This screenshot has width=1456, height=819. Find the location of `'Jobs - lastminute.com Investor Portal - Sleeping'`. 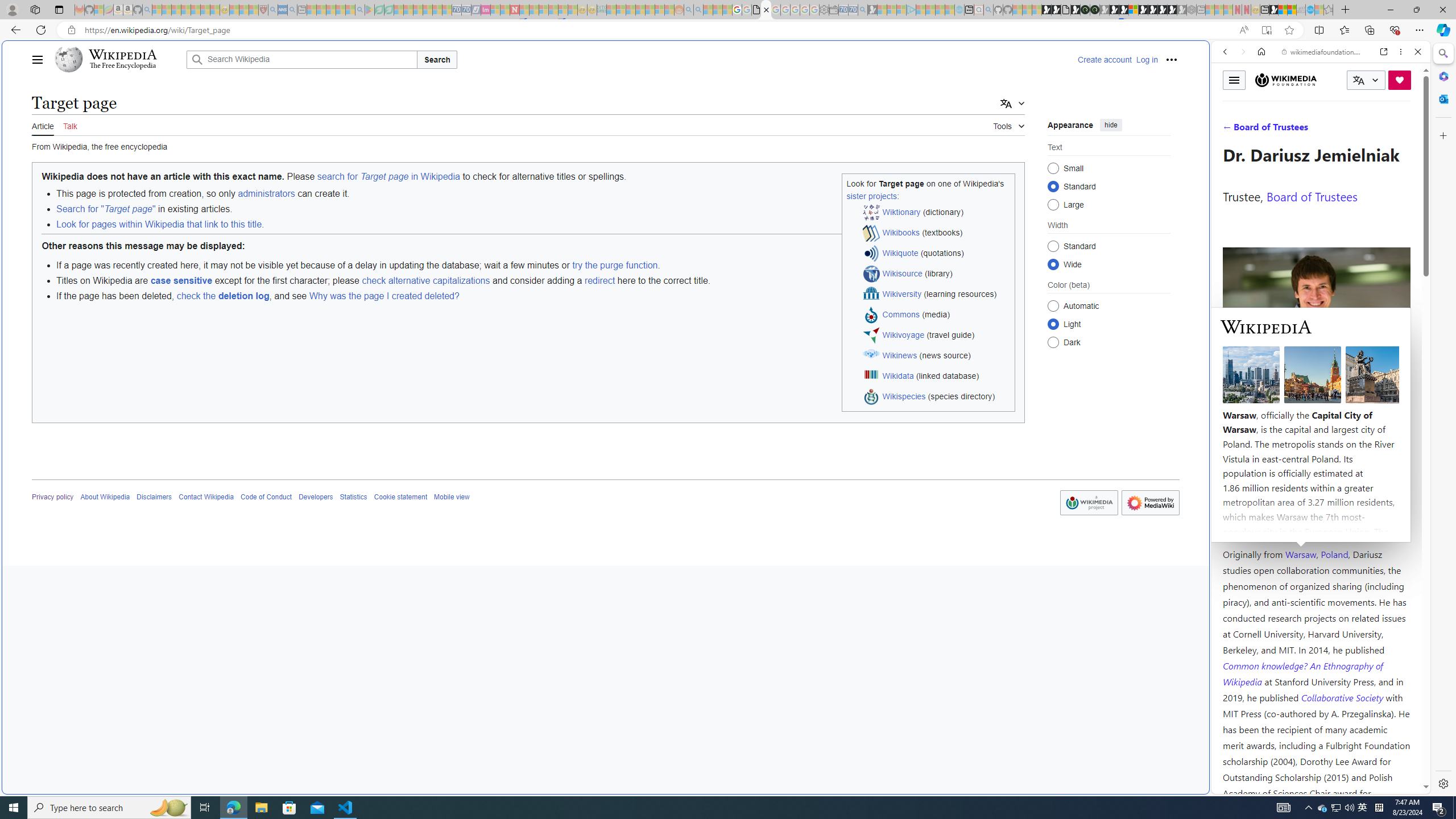

'Jobs - lastminute.com Investor Portal - Sleeping' is located at coordinates (485, 9).